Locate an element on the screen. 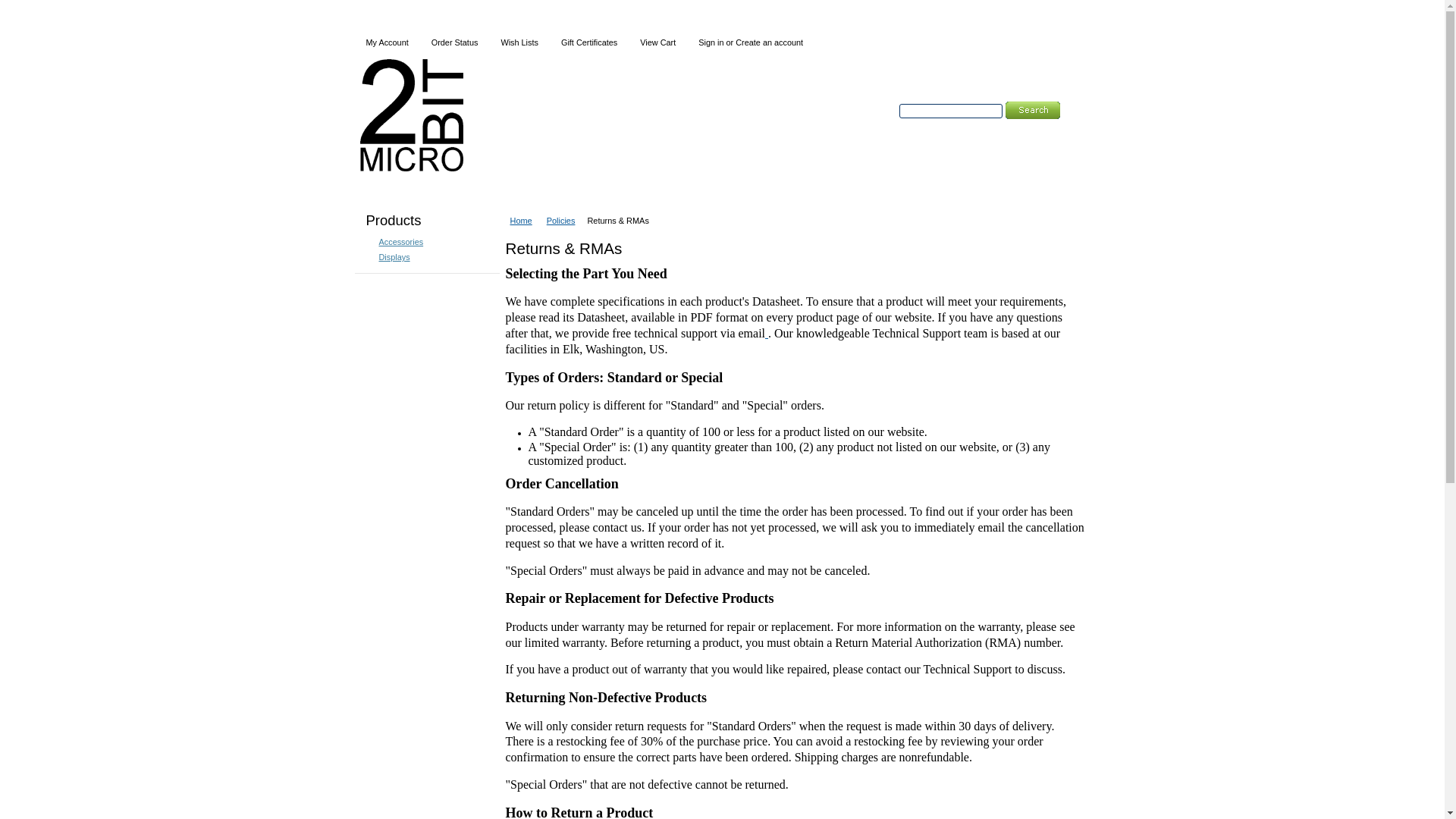 This screenshot has height=819, width=1456. 'Order Status' is located at coordinates (454, 42).